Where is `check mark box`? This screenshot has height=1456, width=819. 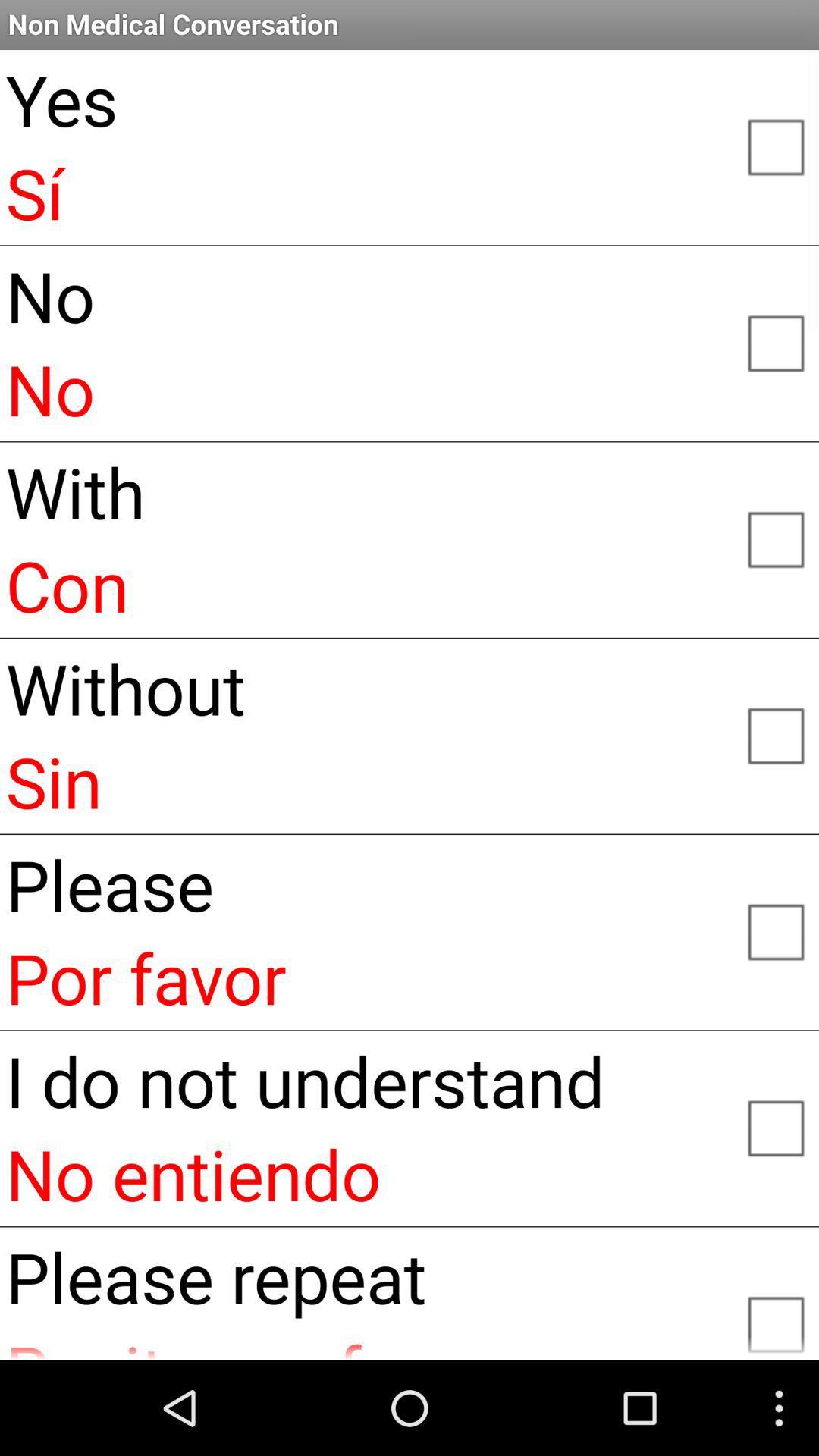
check mark box is located at coordinates (775, 1127).